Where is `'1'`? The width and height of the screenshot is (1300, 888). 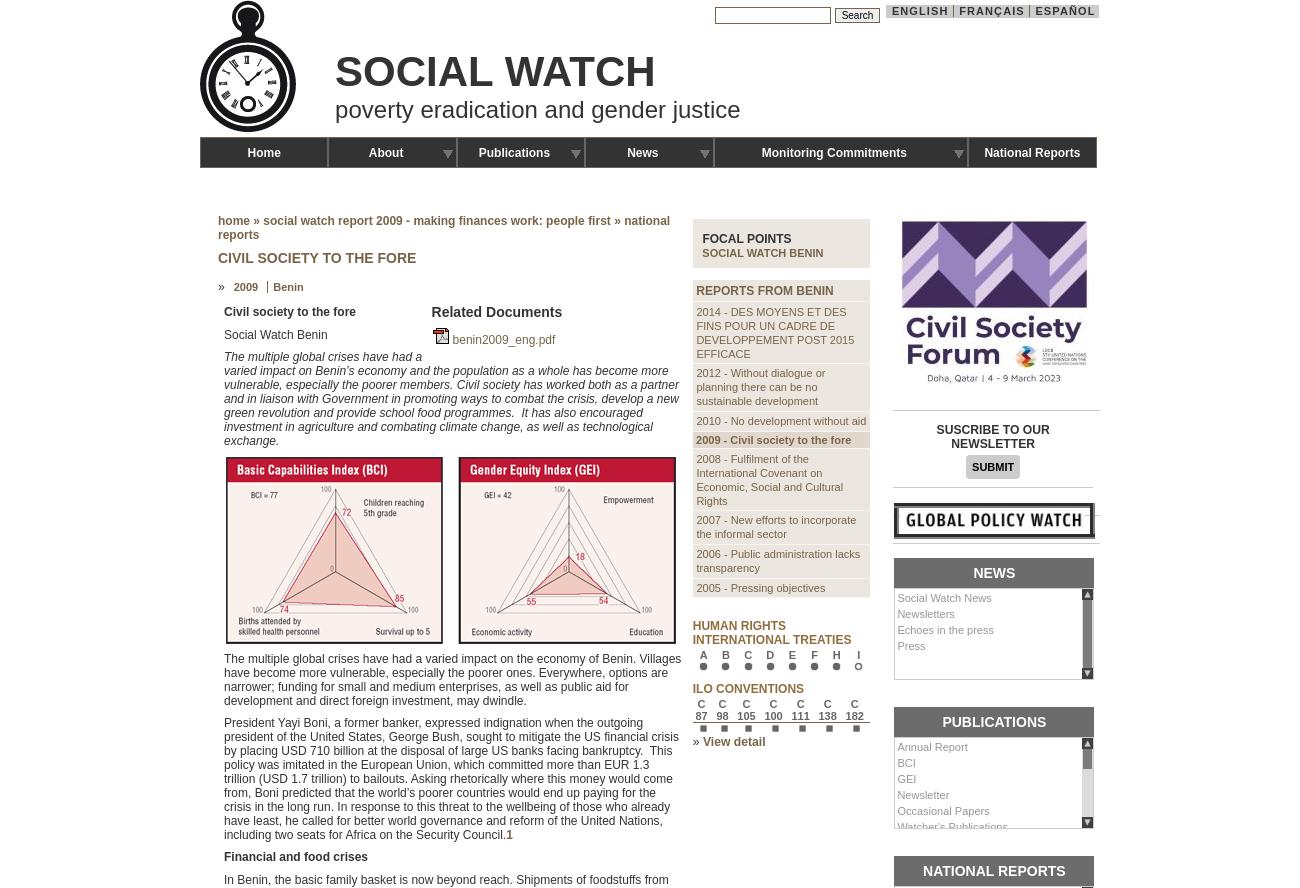
'1' is located at coordinates (508, 833).